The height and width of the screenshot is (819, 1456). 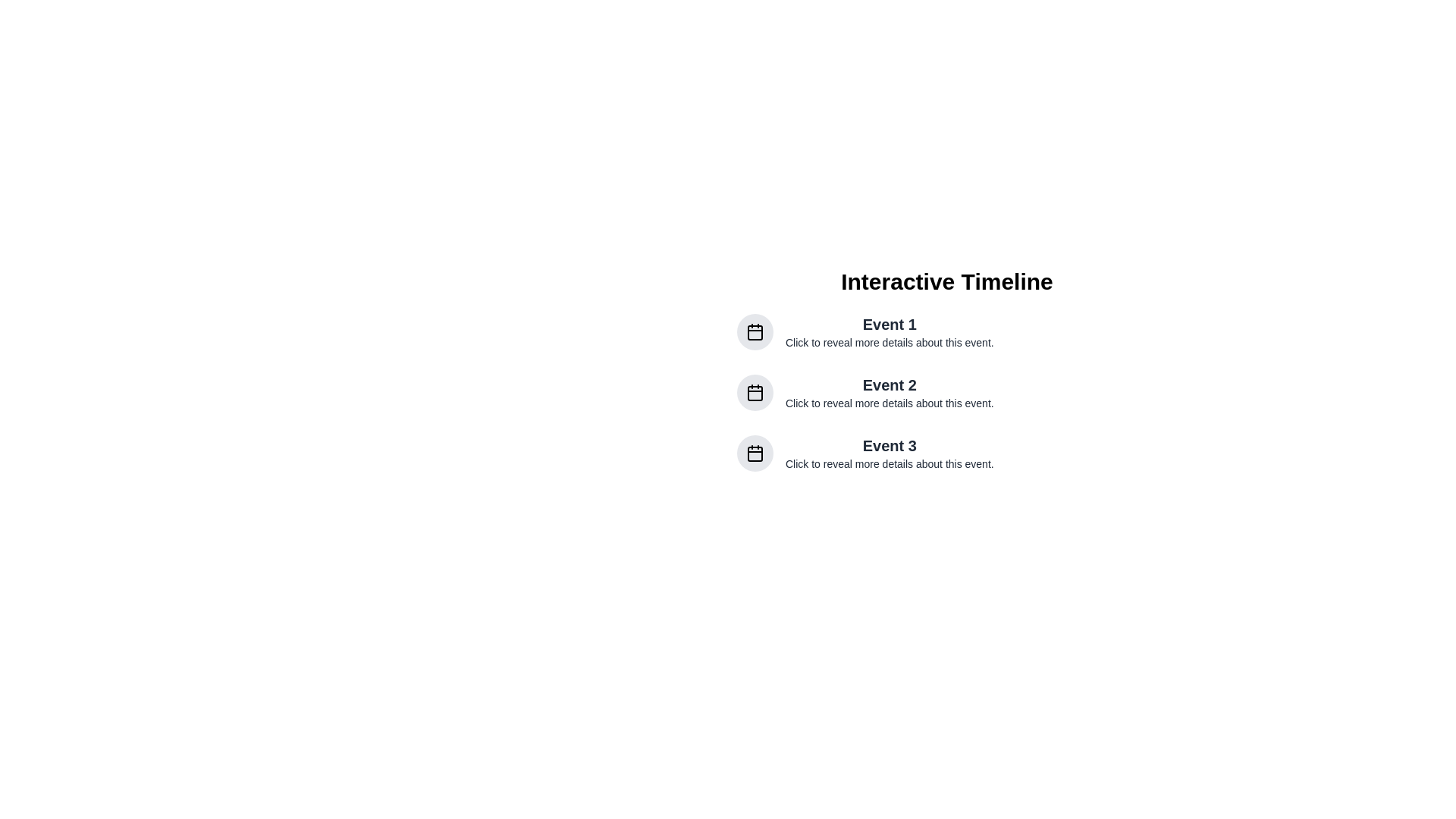 What do you see at coordinates (890, 452) in the screenshot?
I see `the text block featuring 'Event 3' which is the third entry in the vertical list under the heading 'Interactive Timeline'` at bounding box center [890, 452].